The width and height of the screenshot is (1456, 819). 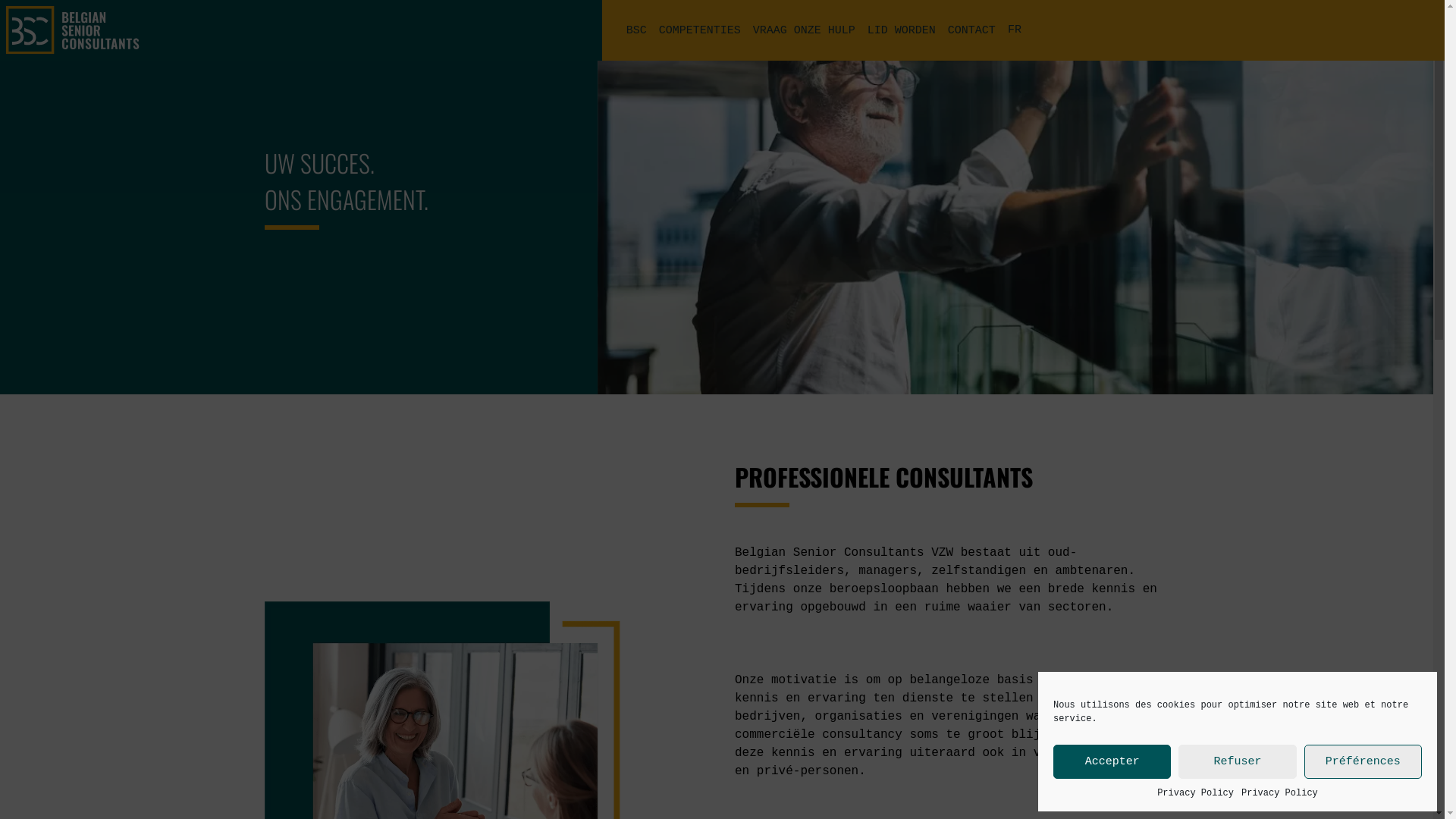 What do you see at coordinates (803, 30) in the screenshot?
I see `'VRAAG ONZE HULP'` at bounding box center [803, 30].